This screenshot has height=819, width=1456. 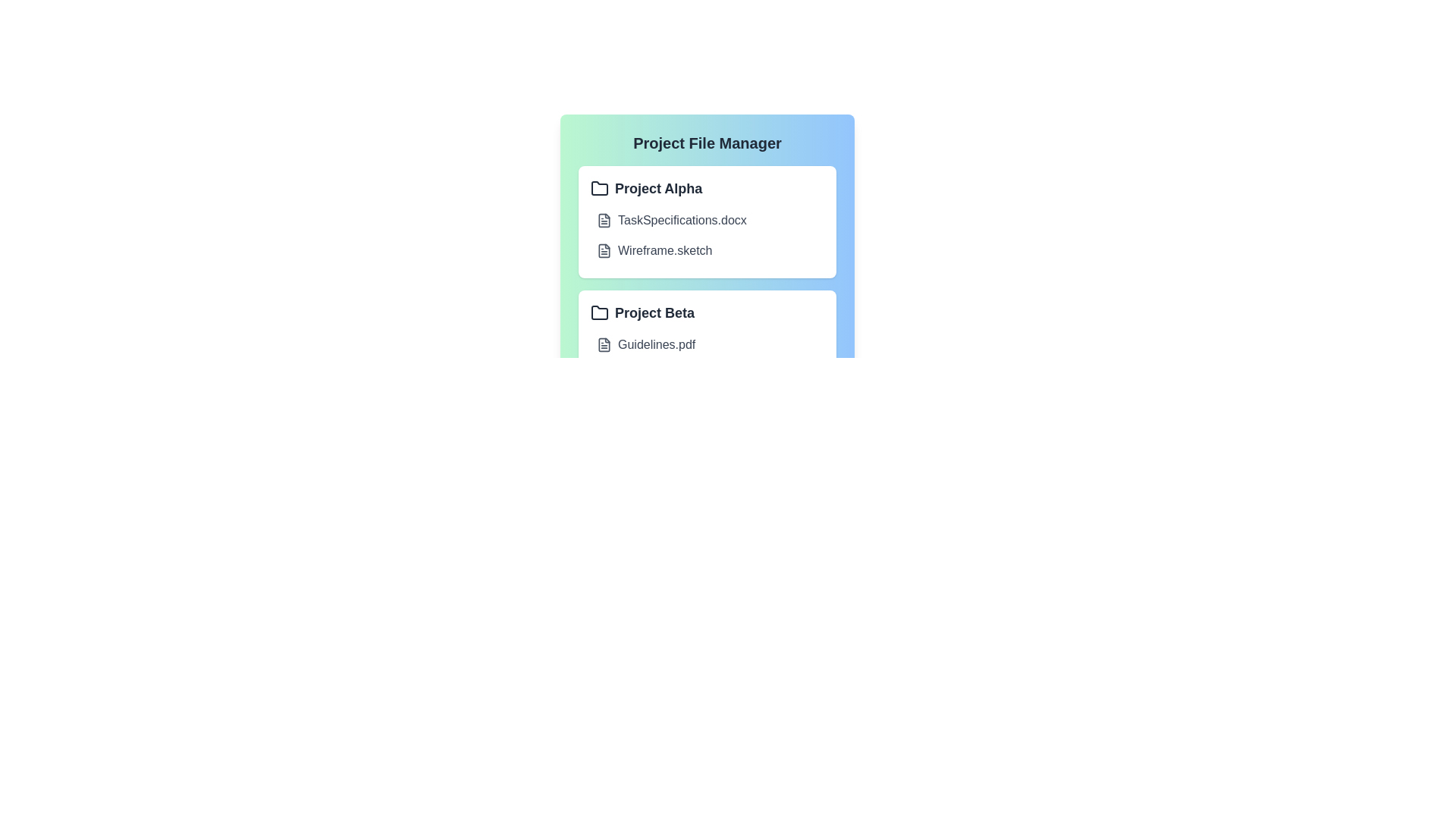 What do you see at coordinates (665, 250) in the screenshot?
I see `the file name Wireframe.sketch to open it` at bounding box center [665, 250].